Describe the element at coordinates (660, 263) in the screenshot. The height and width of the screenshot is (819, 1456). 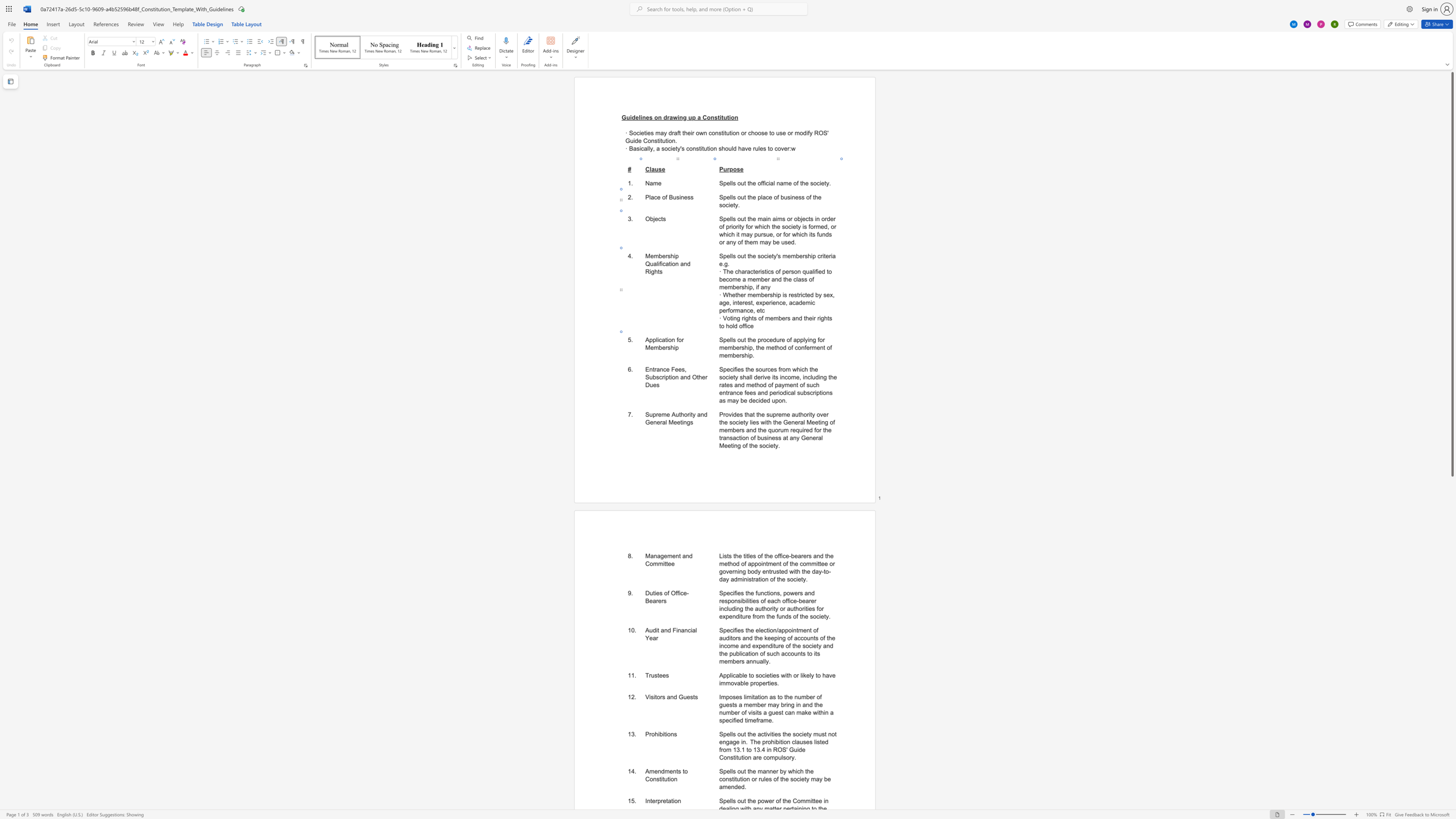
I see `the space between the continuous character "f" and "i" in the text` at that location.